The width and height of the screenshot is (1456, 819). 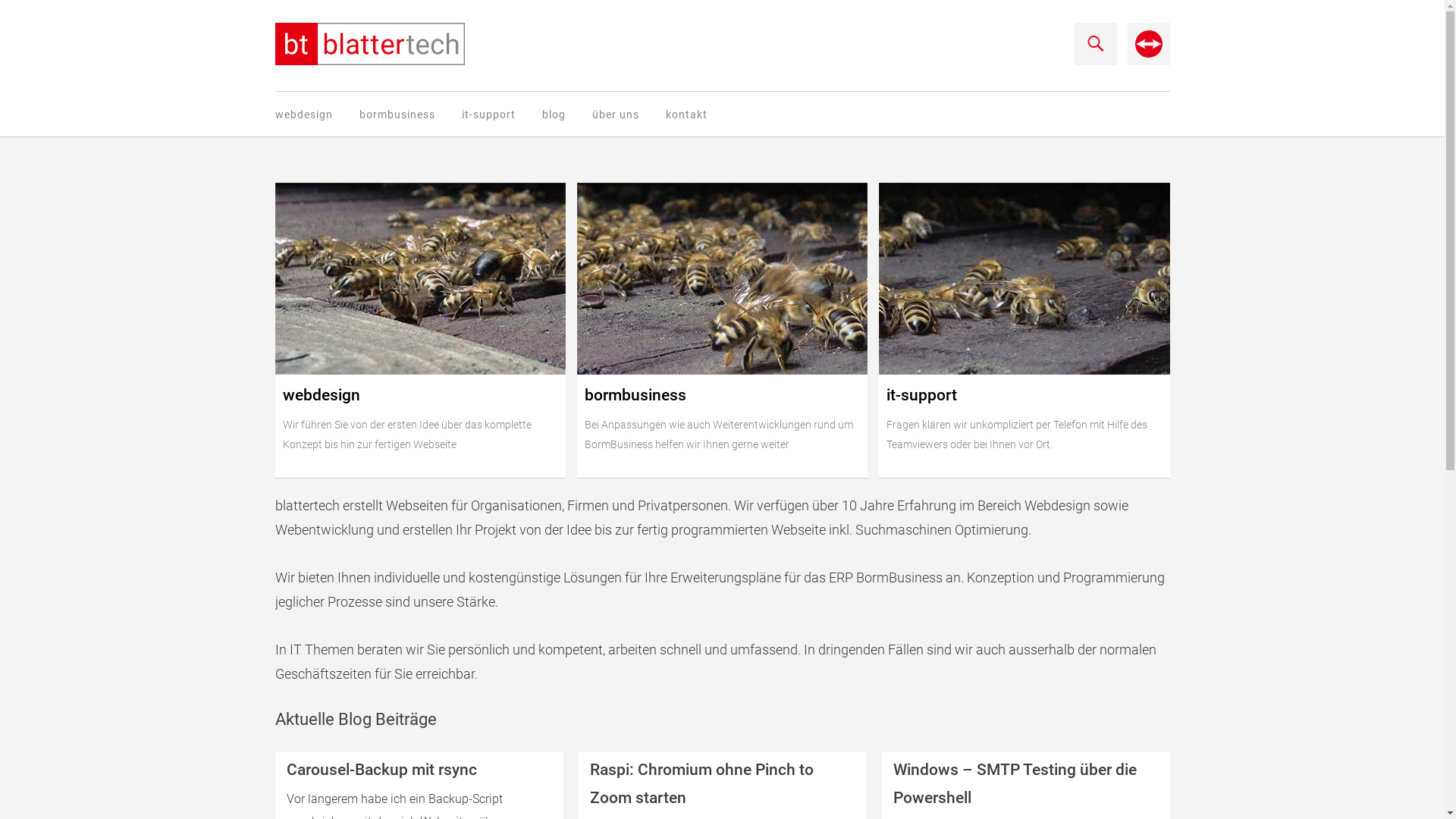 I want to click on 'Carousel-Backup mit rsync', so click(x=419, y=770).